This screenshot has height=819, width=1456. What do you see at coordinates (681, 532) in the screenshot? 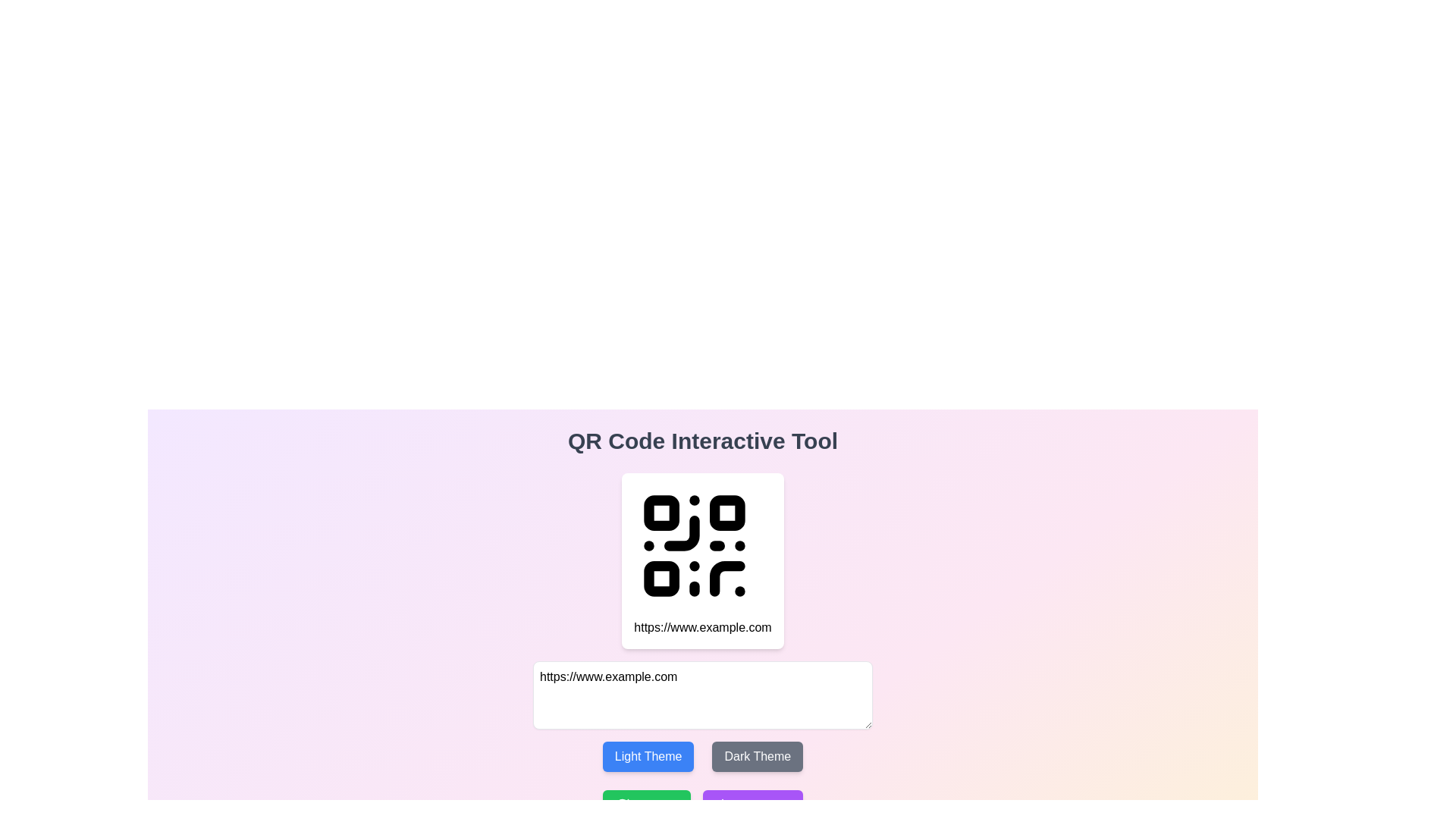
I see `the small curved line segment of the QR code design located towards the top-left corner of the QR code` at bounding box center [681, 532].